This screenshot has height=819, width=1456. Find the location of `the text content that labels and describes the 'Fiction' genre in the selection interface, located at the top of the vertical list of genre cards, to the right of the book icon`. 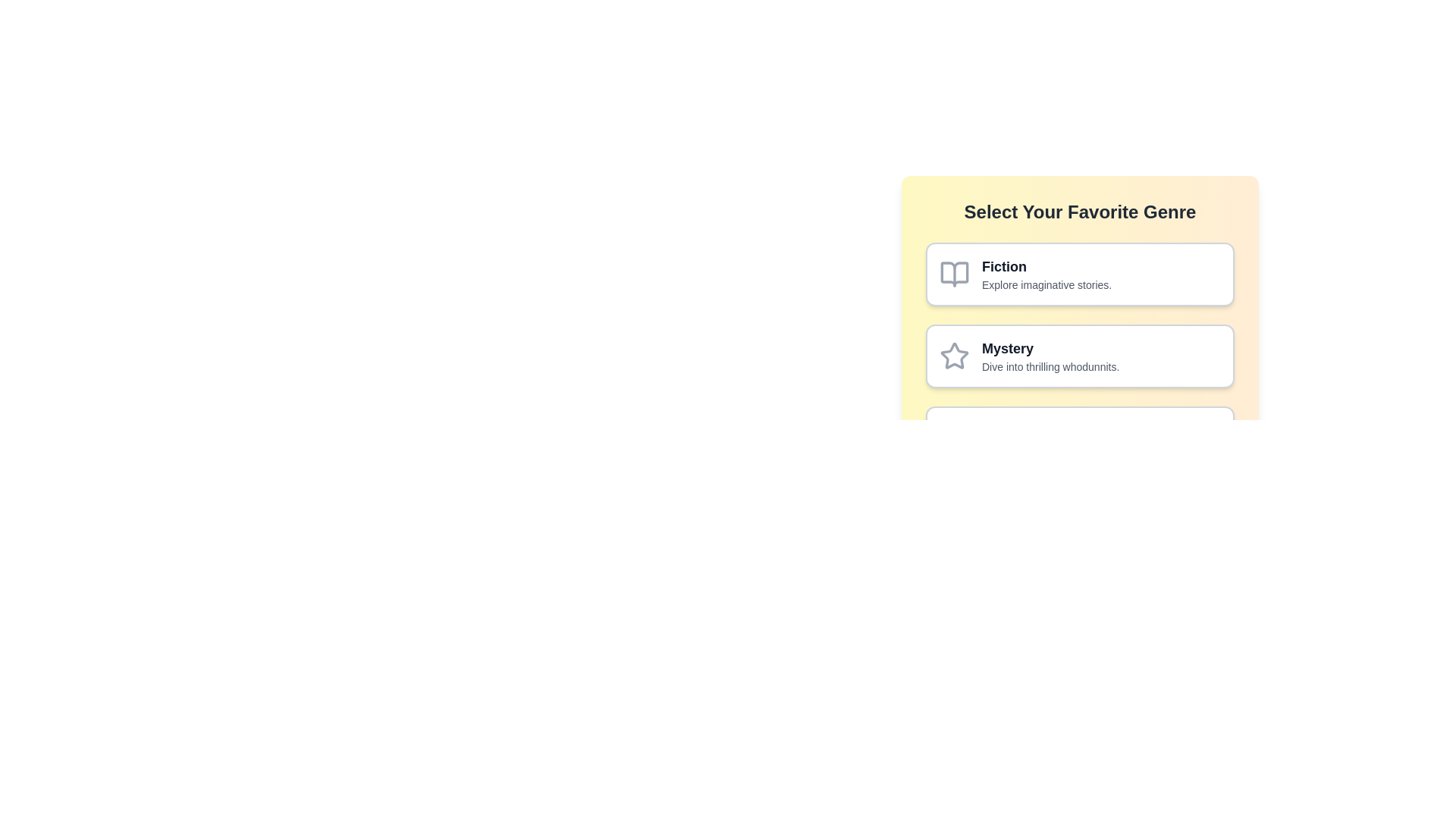

the text content that labels and describes the 'Fiction' genre in the selection interface, located at the top of the vertical list of genre cards, to the right of the book icon is located at coordinates (1046, 275).